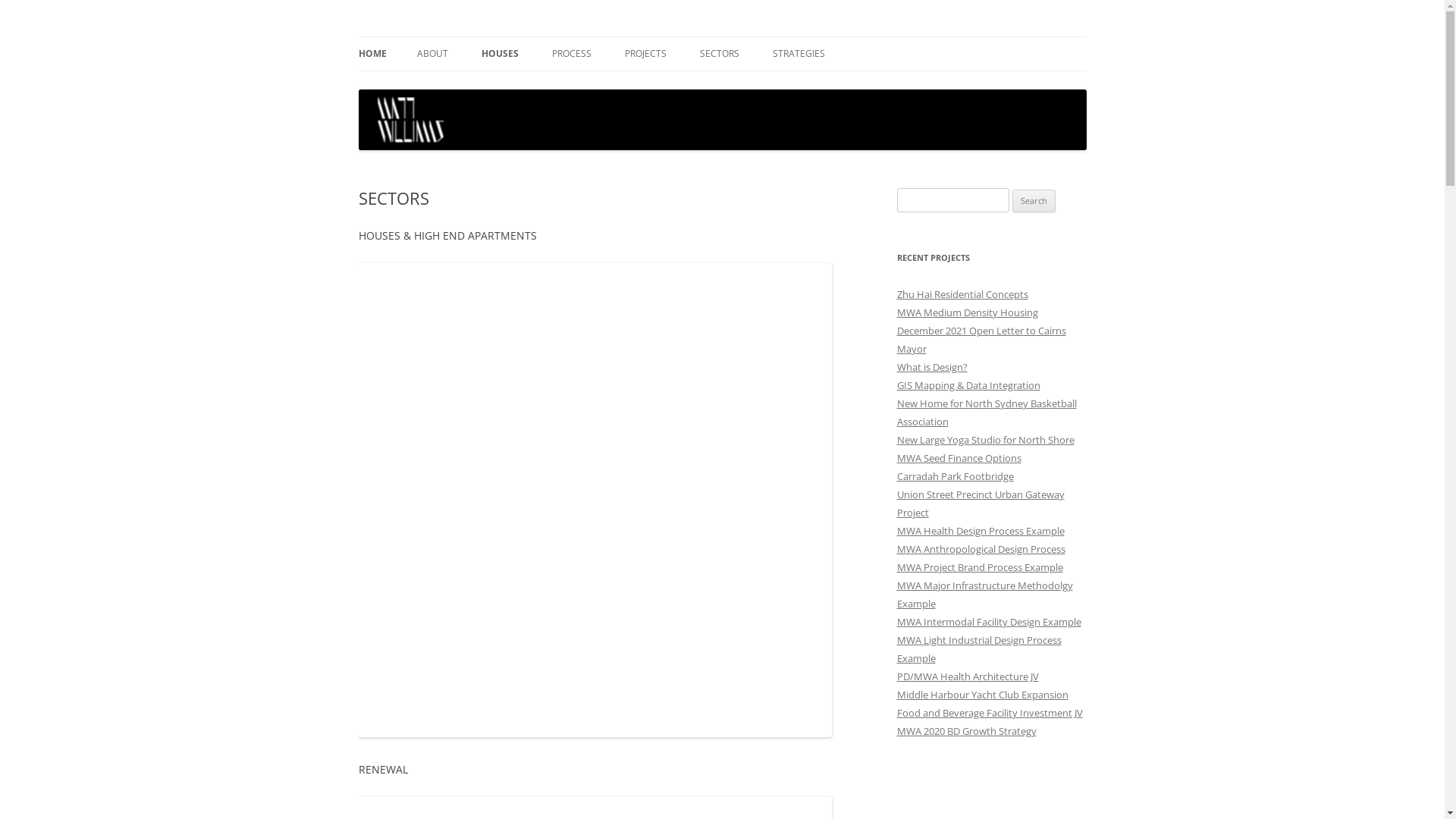  Describe the element at coordinates (966, 312) in the screenshot. I see `'MWA Medium Density Housing'` at that location.